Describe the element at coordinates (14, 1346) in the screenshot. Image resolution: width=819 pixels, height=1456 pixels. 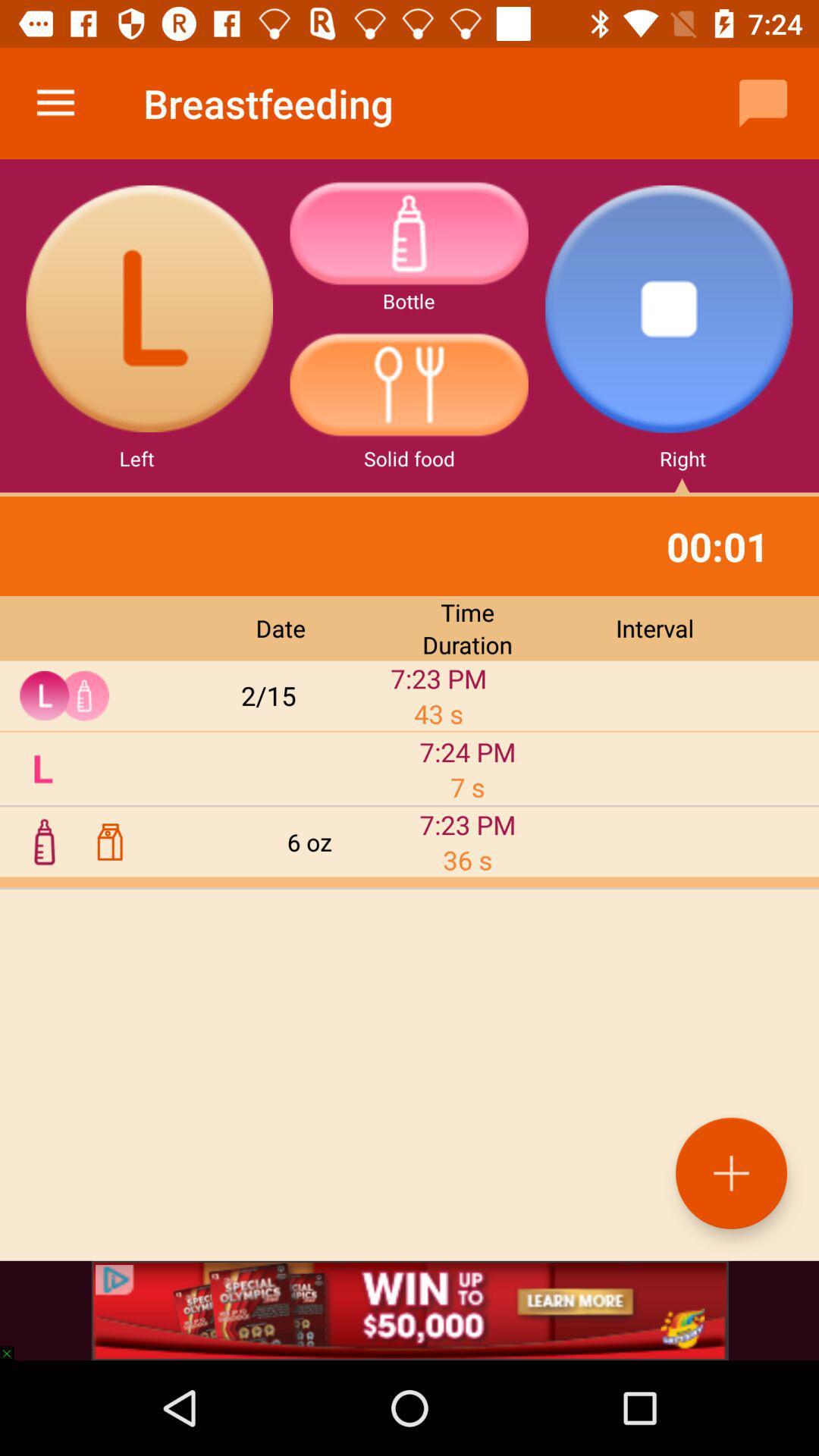
I see `the icon at the bottom left corner` at that location.